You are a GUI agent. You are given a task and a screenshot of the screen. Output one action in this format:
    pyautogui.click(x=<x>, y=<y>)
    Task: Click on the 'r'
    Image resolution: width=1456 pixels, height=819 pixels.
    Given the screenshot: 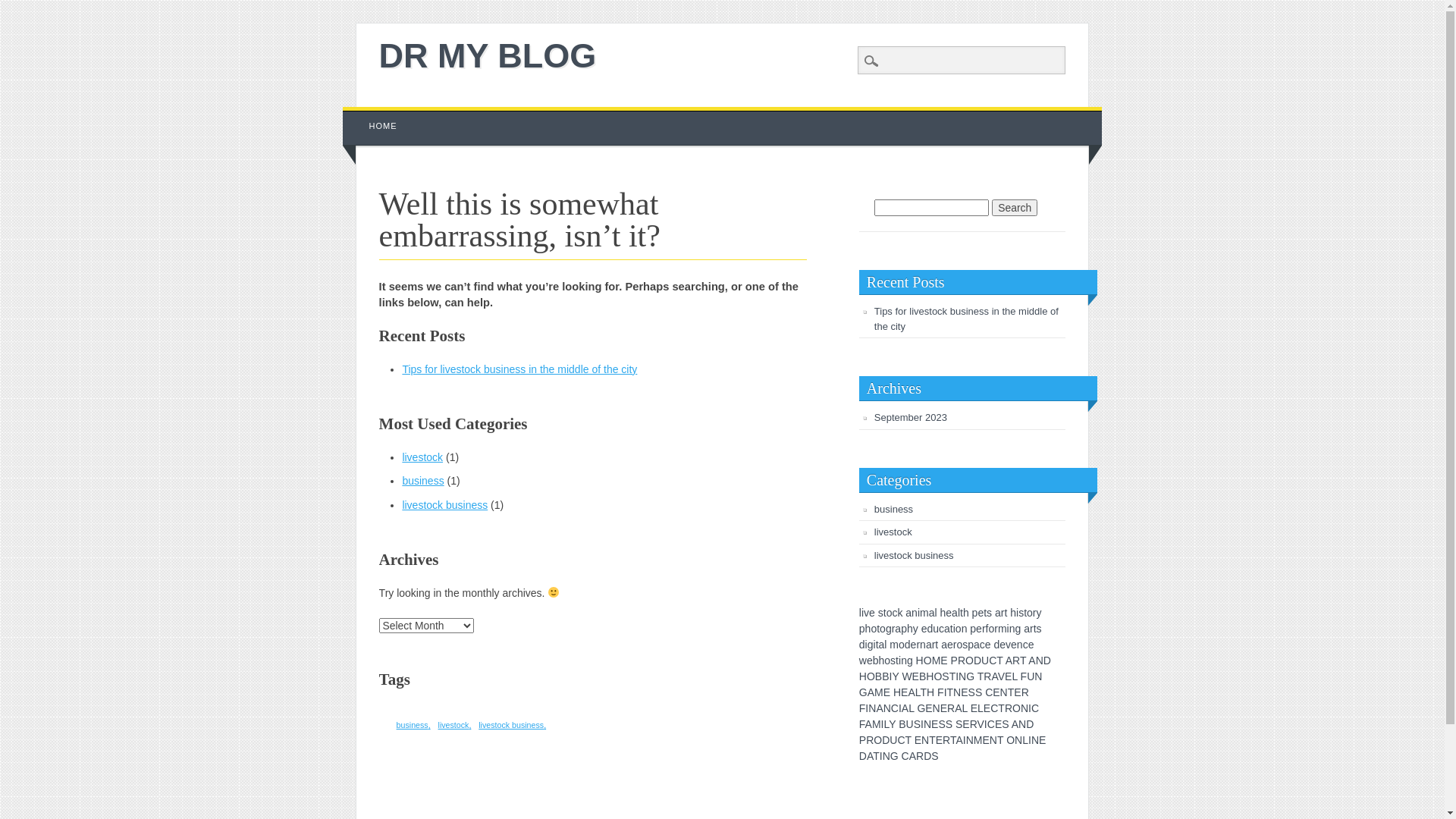 What is the action you would take?
    pyautogui.click(x=996, y=629)
    